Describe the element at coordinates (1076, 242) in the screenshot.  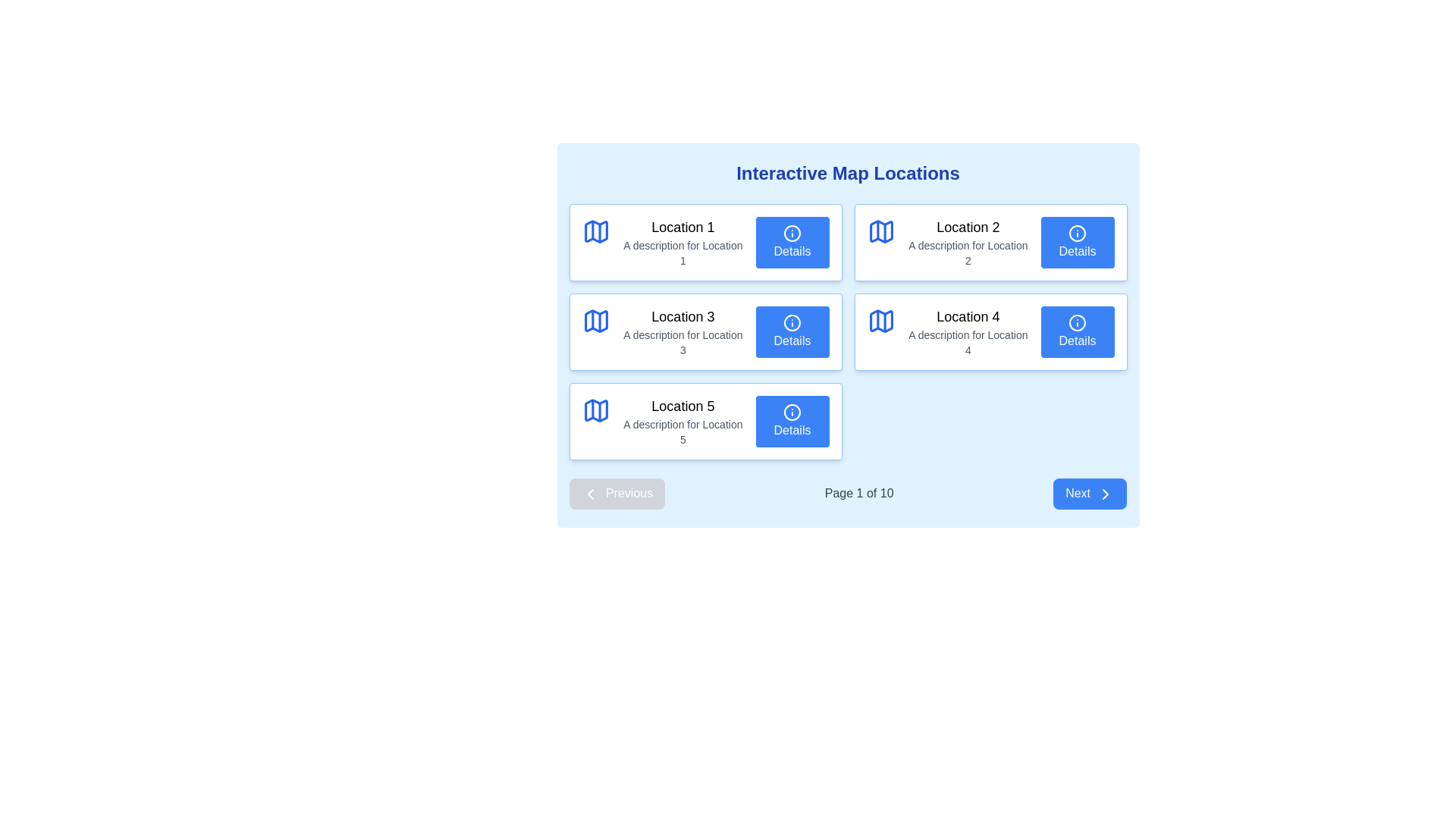
I see `the rectangular button labeled 'Details' with a blue background and white text` at that location.